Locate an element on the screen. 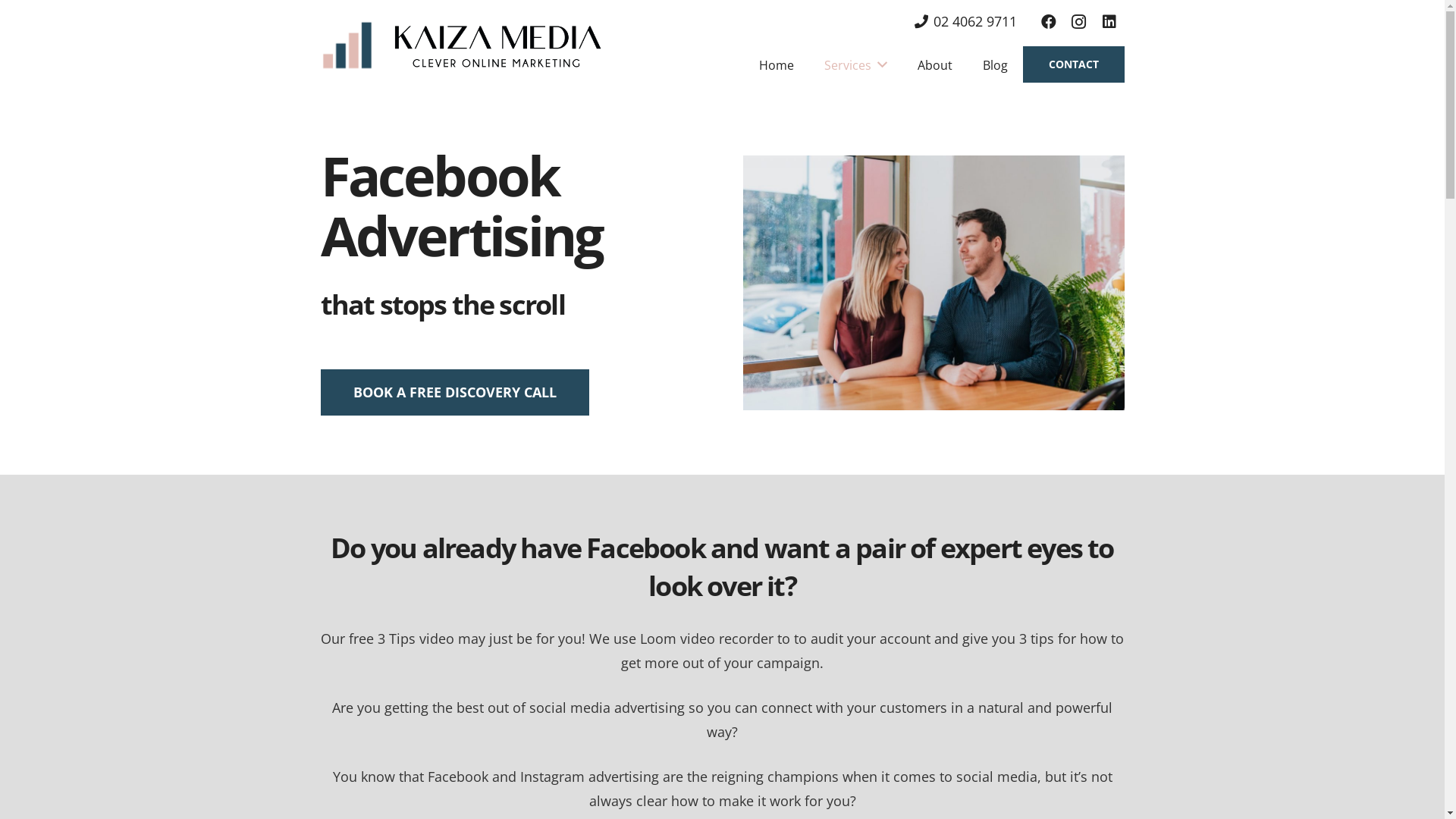  'CONTACT' is located at coordinates (1072, 63).